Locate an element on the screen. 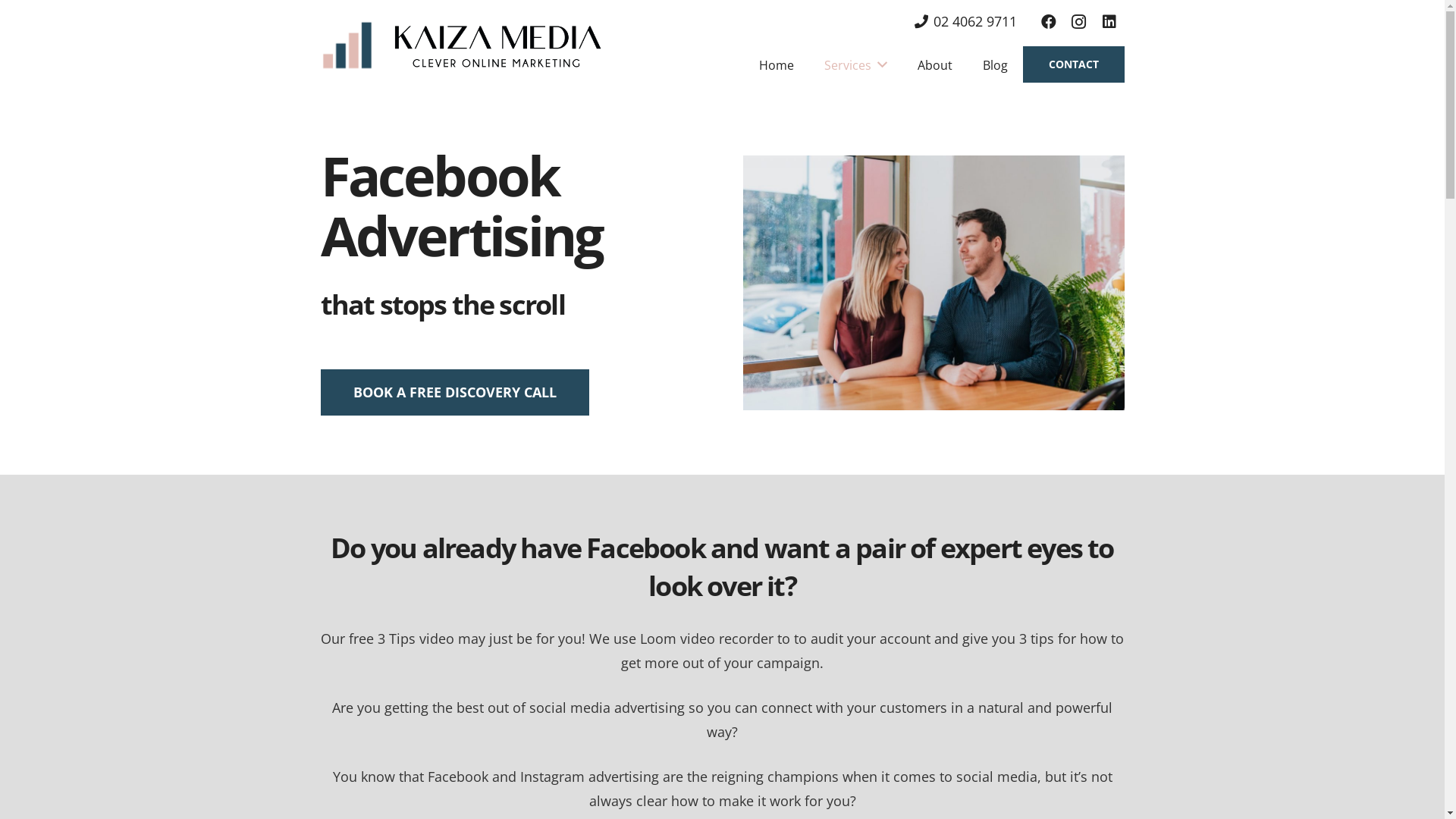  'CONTACT' is located at coordinates (1072, 63).